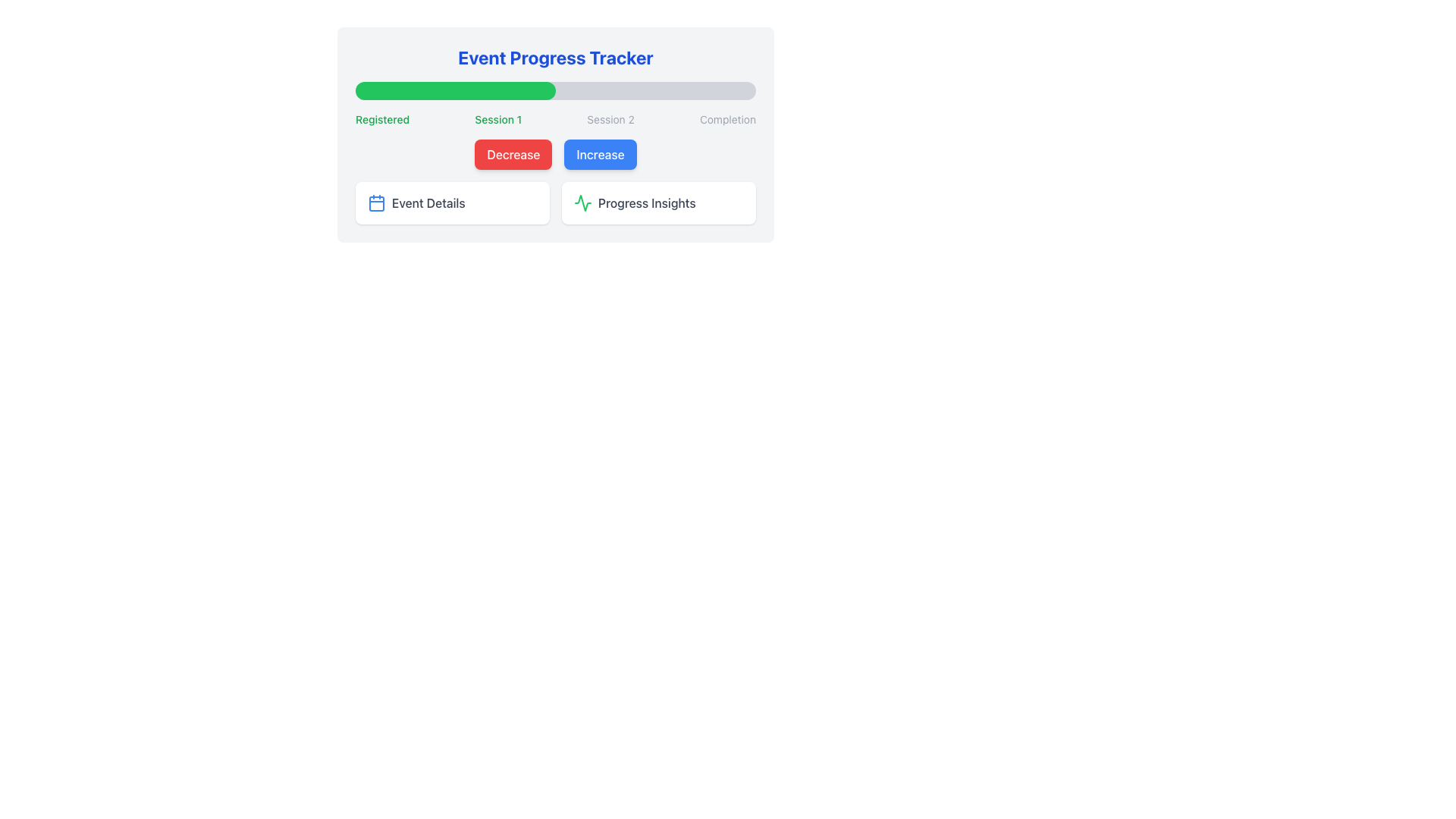 The width and height of the screenshot is (1456, 819). Describe the element at coordinates (555, 155) in the screenshot. I see `the 'Increase' button in the button group, which is styled with a blue background and white text, to raise a value` at that location.